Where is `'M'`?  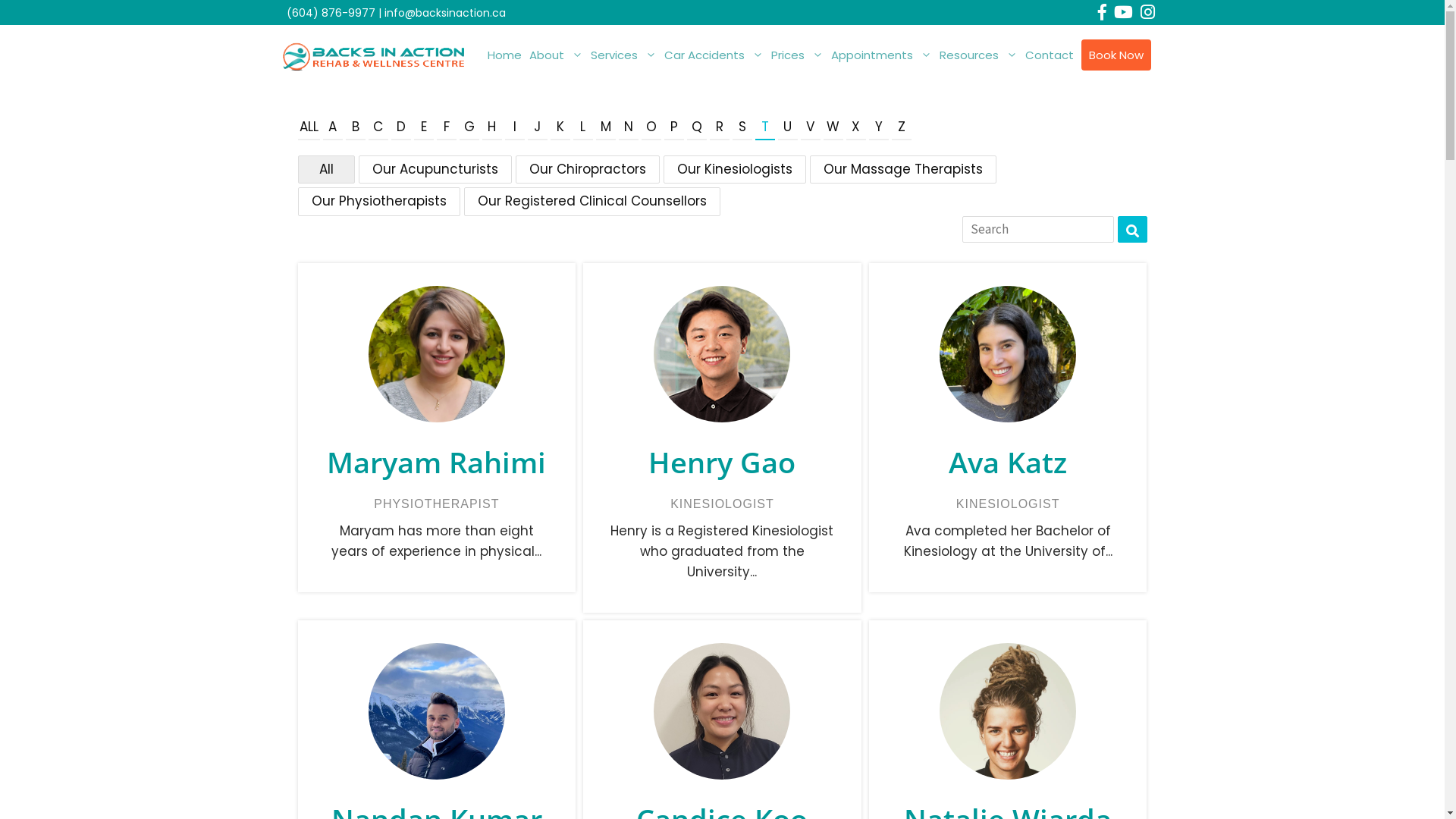 'M' is located at coordinates (604, 127).